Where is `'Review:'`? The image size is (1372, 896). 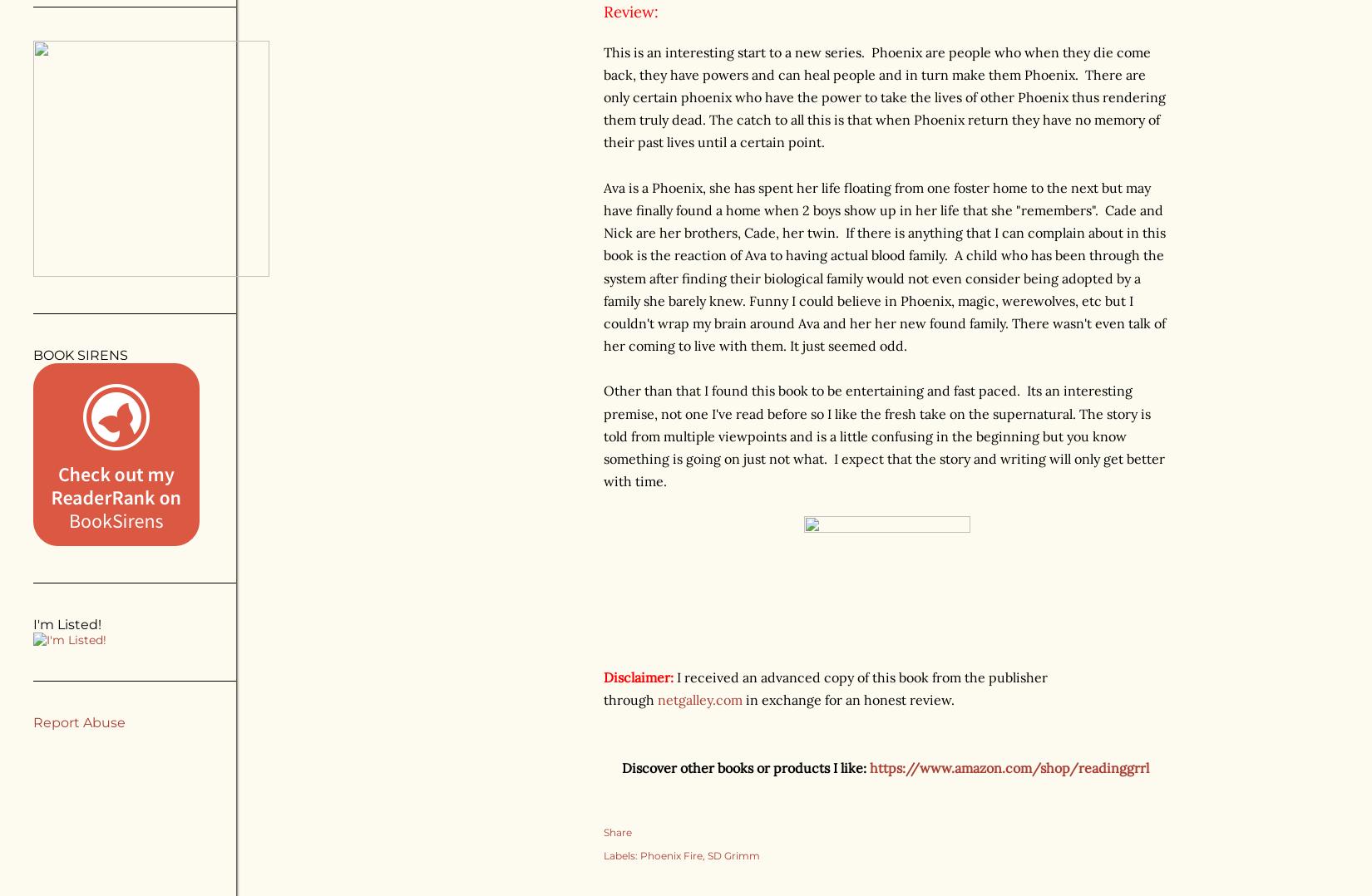 'Review:' is located at coordinates (630, 11).